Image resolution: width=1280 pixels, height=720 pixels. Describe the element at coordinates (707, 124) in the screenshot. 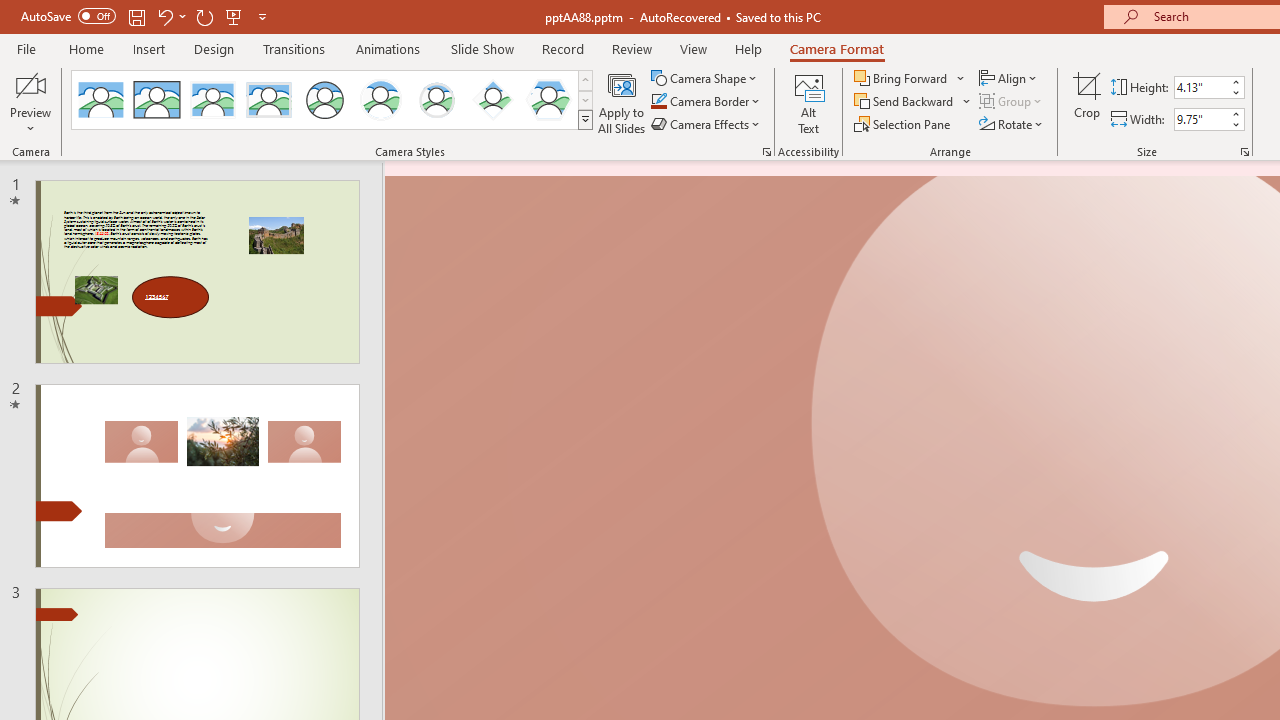

I see `'Camera Effects'` at that location.